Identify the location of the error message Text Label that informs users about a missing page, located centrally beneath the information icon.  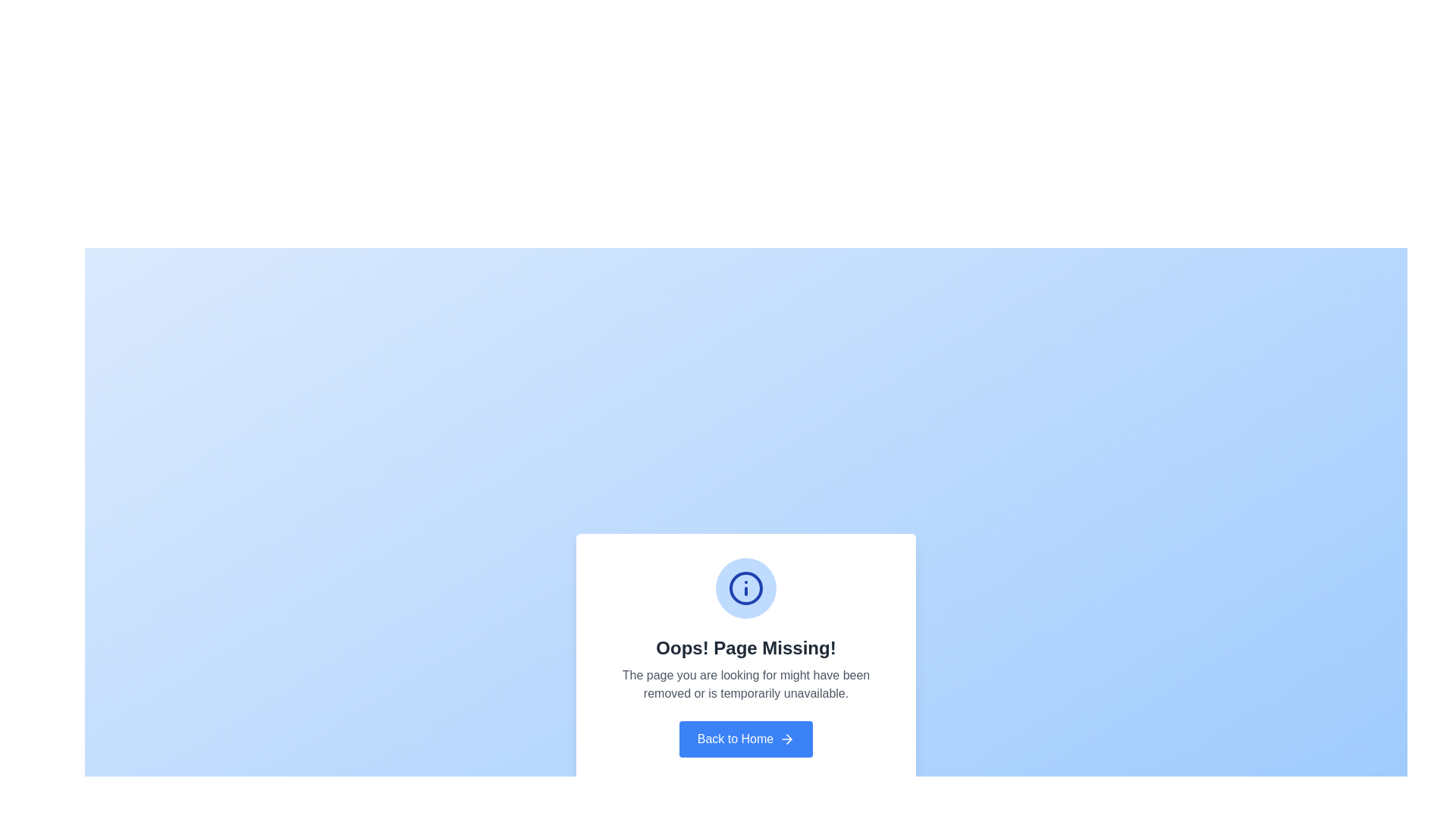
(745, 647).